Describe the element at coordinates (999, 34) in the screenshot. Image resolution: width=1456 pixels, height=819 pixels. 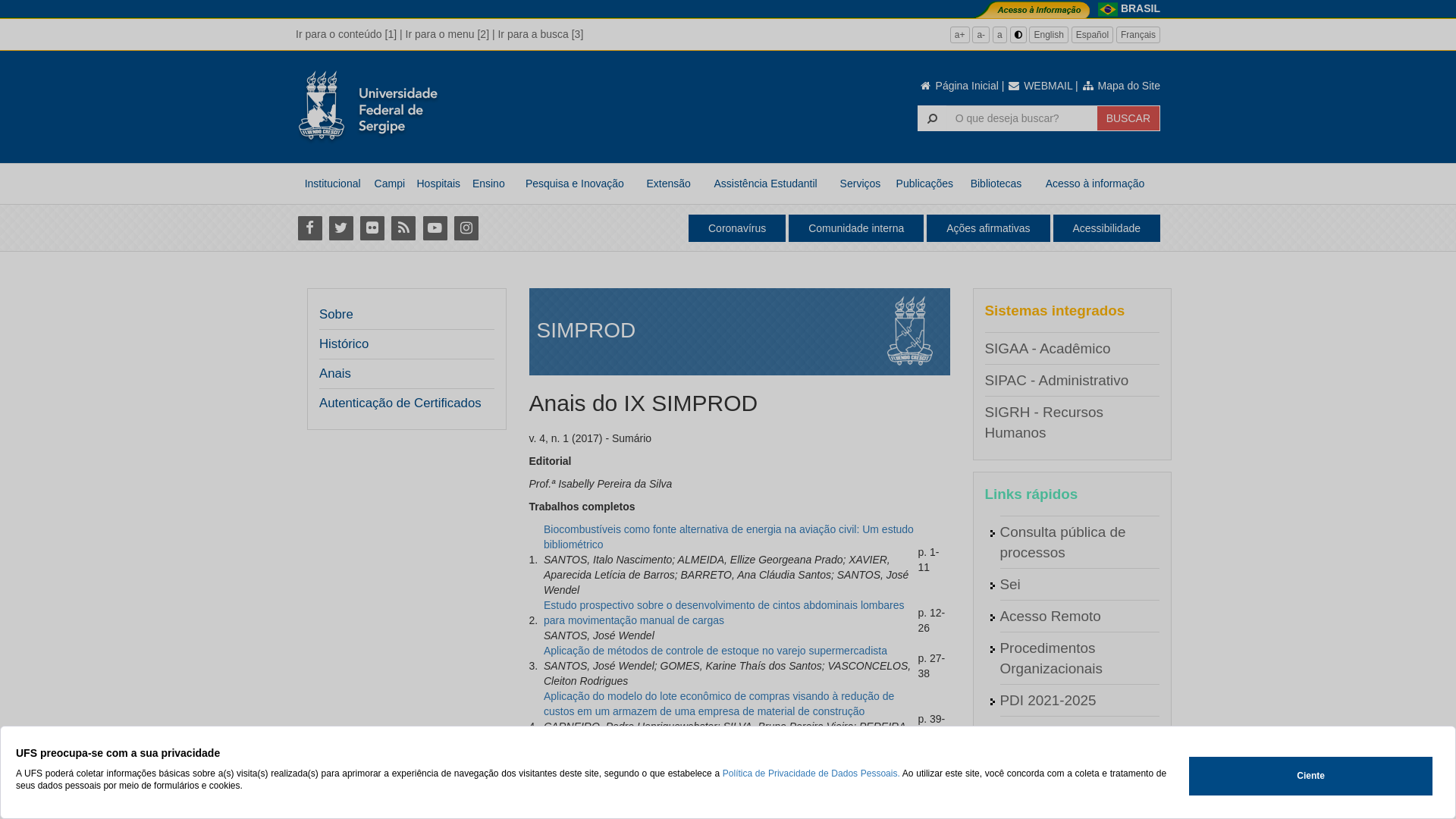
I see `'a'` at that location.